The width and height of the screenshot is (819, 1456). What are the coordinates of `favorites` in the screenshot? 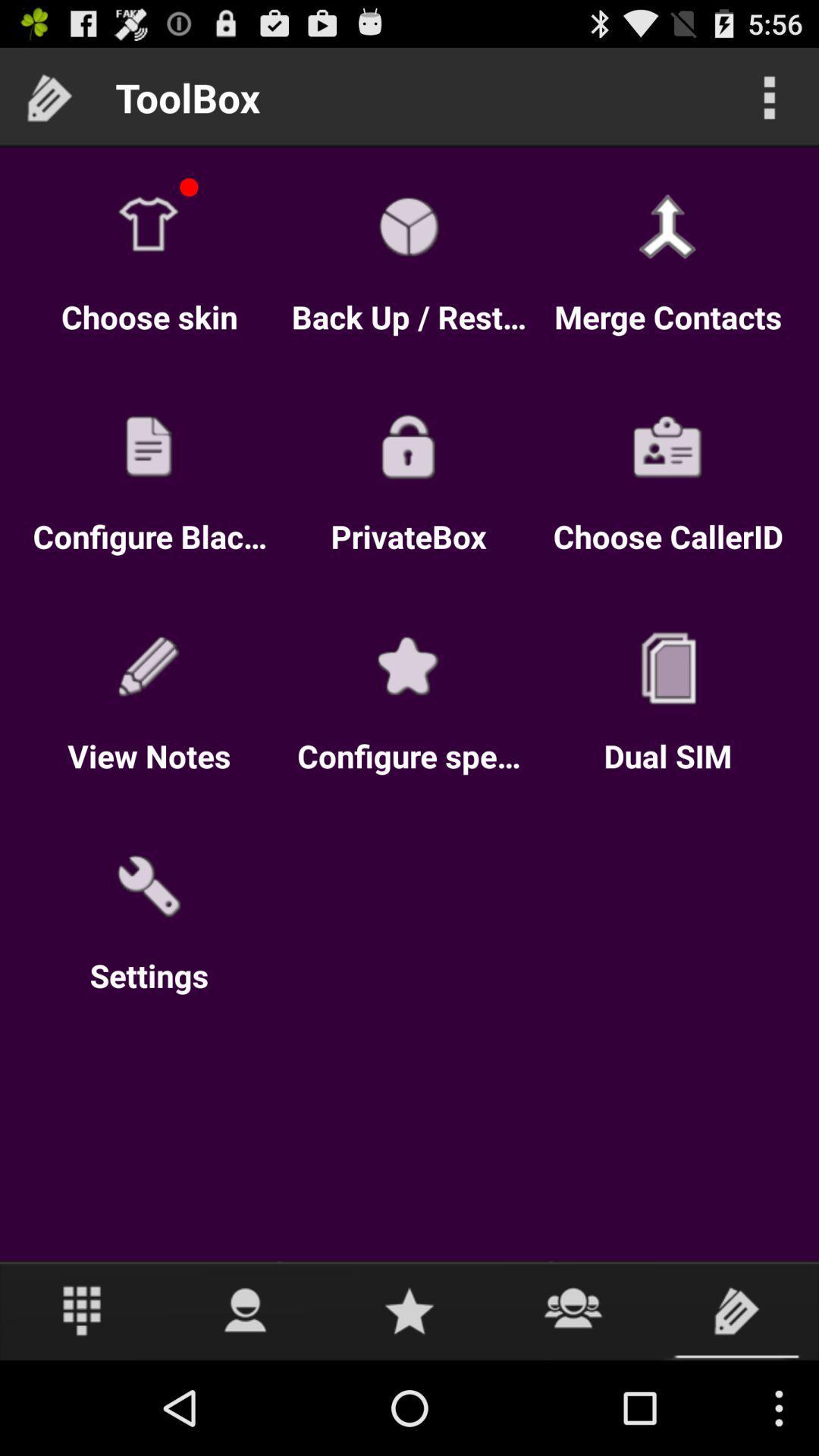 It's located at (409, 1310).